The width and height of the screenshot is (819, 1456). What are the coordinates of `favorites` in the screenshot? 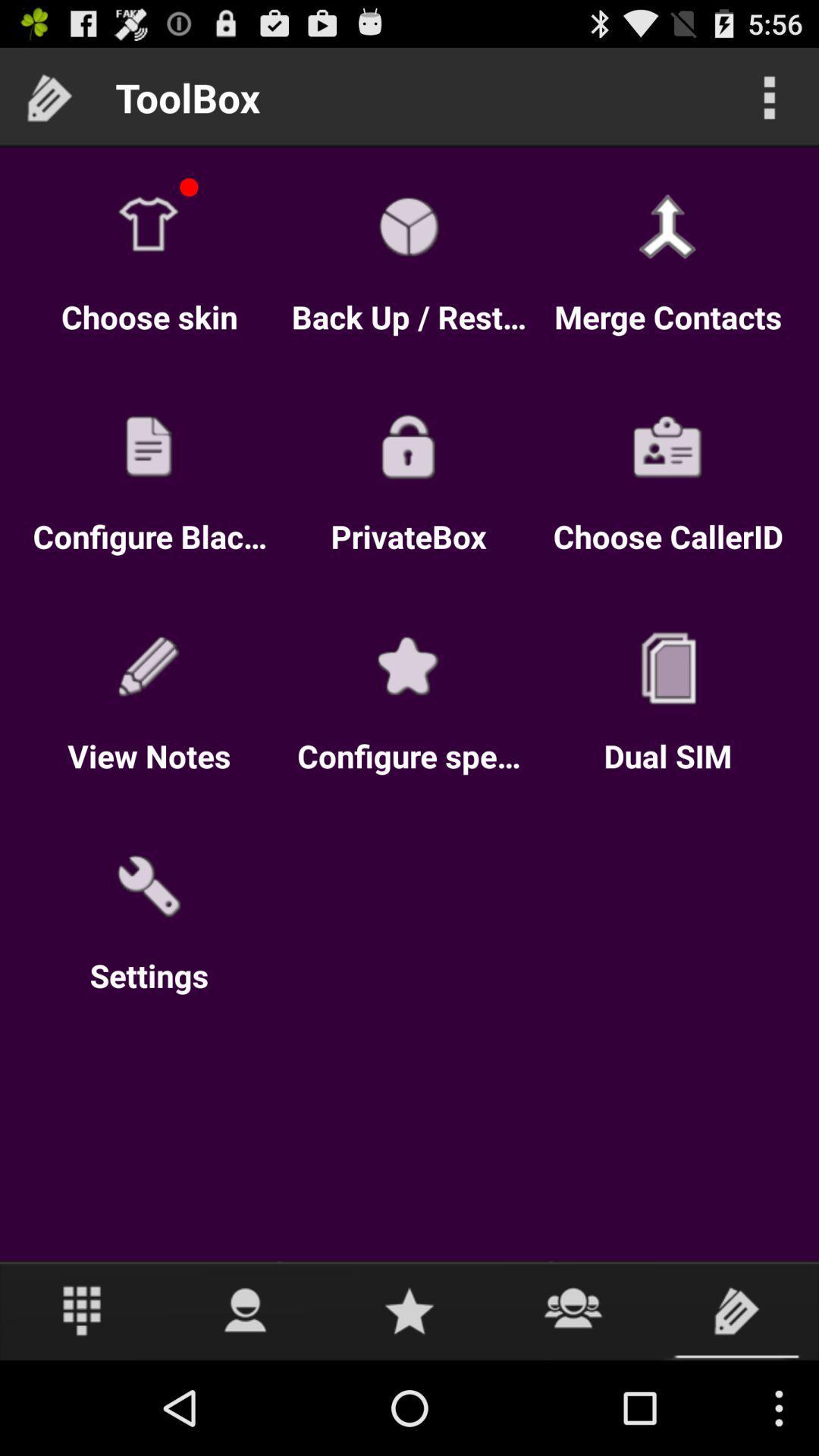 It's located at (409, 1310).